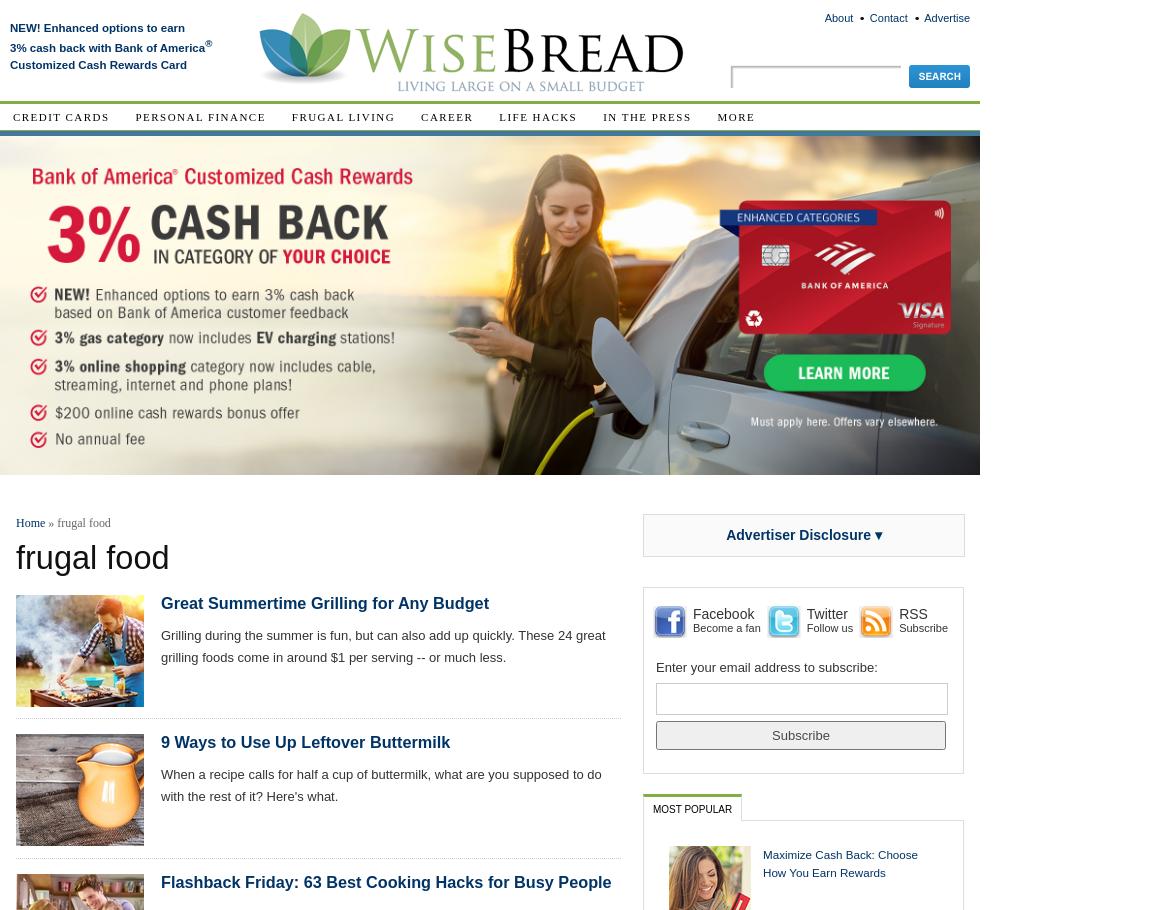  I want to click on 'Enter your email address to subscribe:', so click(765, 666).